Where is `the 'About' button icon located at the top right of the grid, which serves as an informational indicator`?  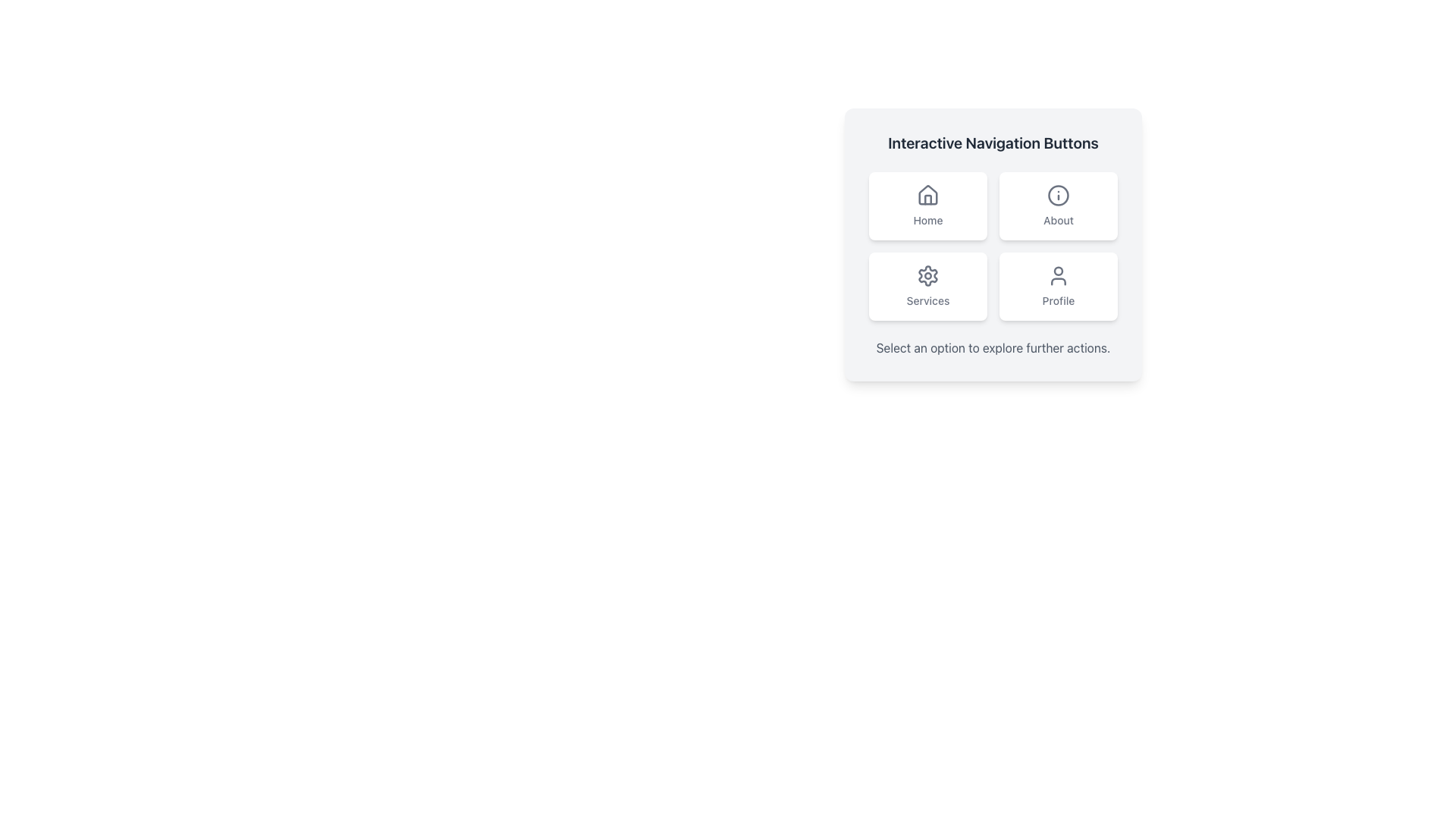 the 'About' button icon located at the top right of the grid, which serves as an informational indicator is located at coordinates (1058, 195).